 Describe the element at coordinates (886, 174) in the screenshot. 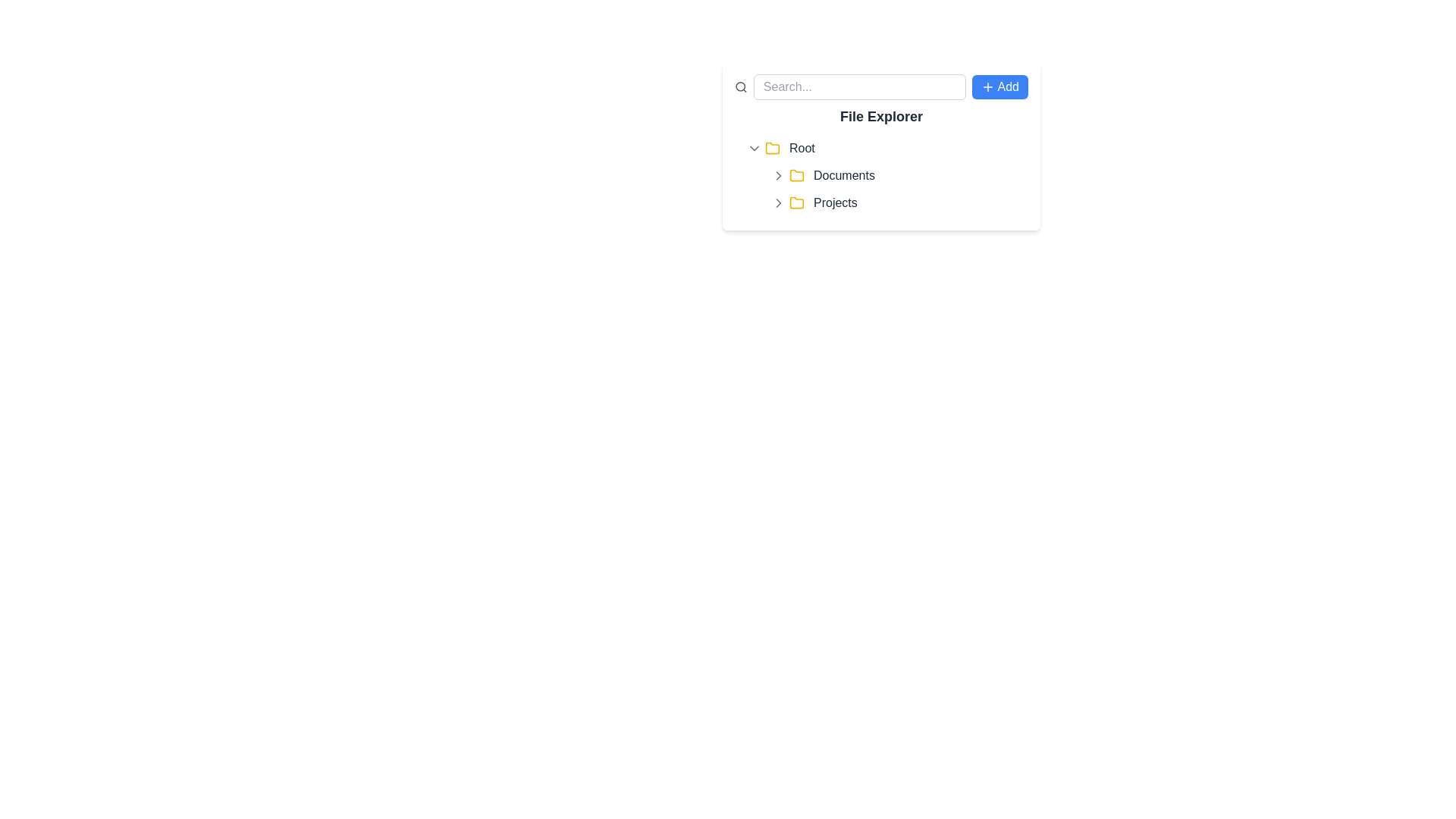

I see `the 'Documents' folder entry in the file explorer` at that location.